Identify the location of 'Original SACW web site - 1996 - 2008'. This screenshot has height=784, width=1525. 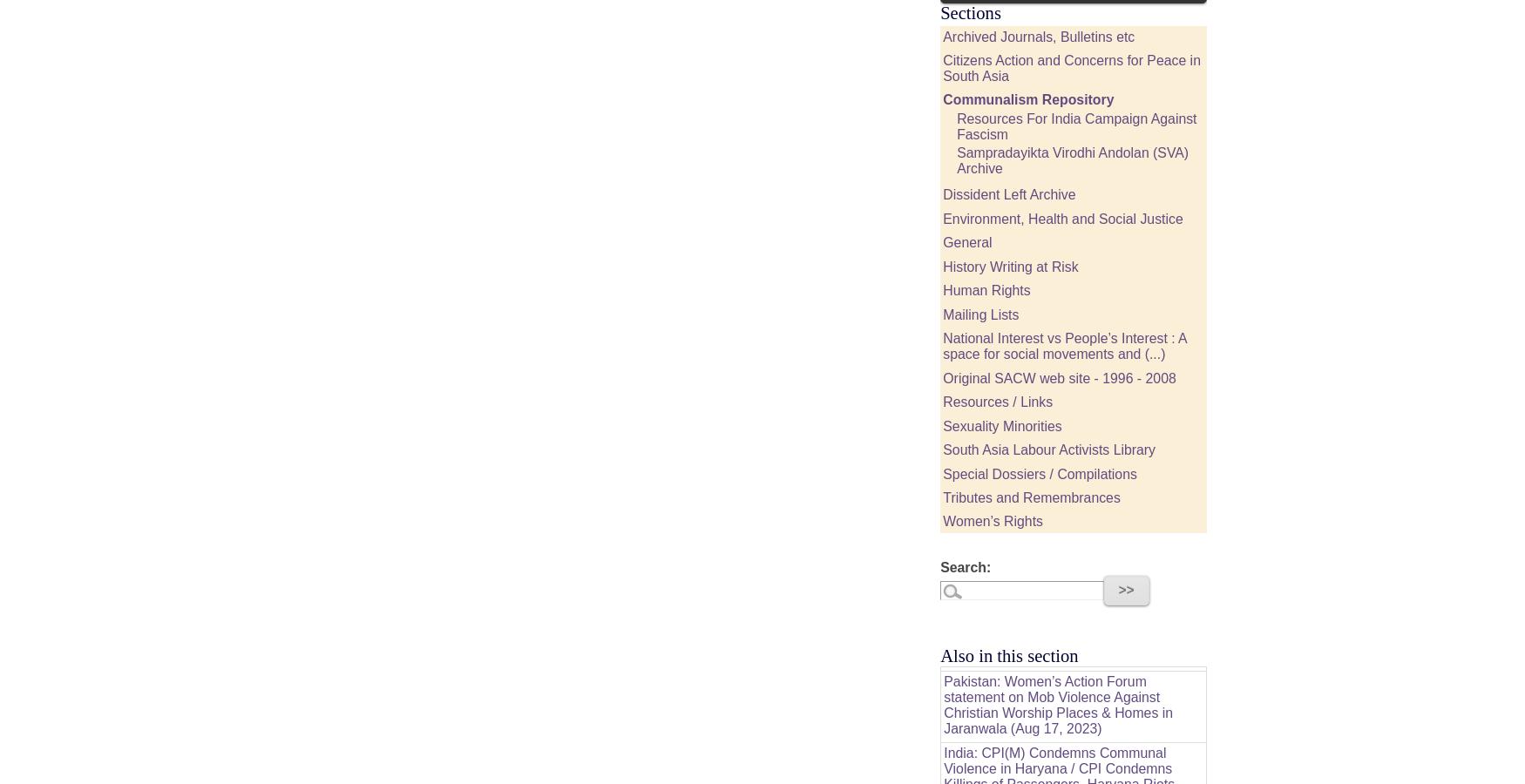
(1059, 377).